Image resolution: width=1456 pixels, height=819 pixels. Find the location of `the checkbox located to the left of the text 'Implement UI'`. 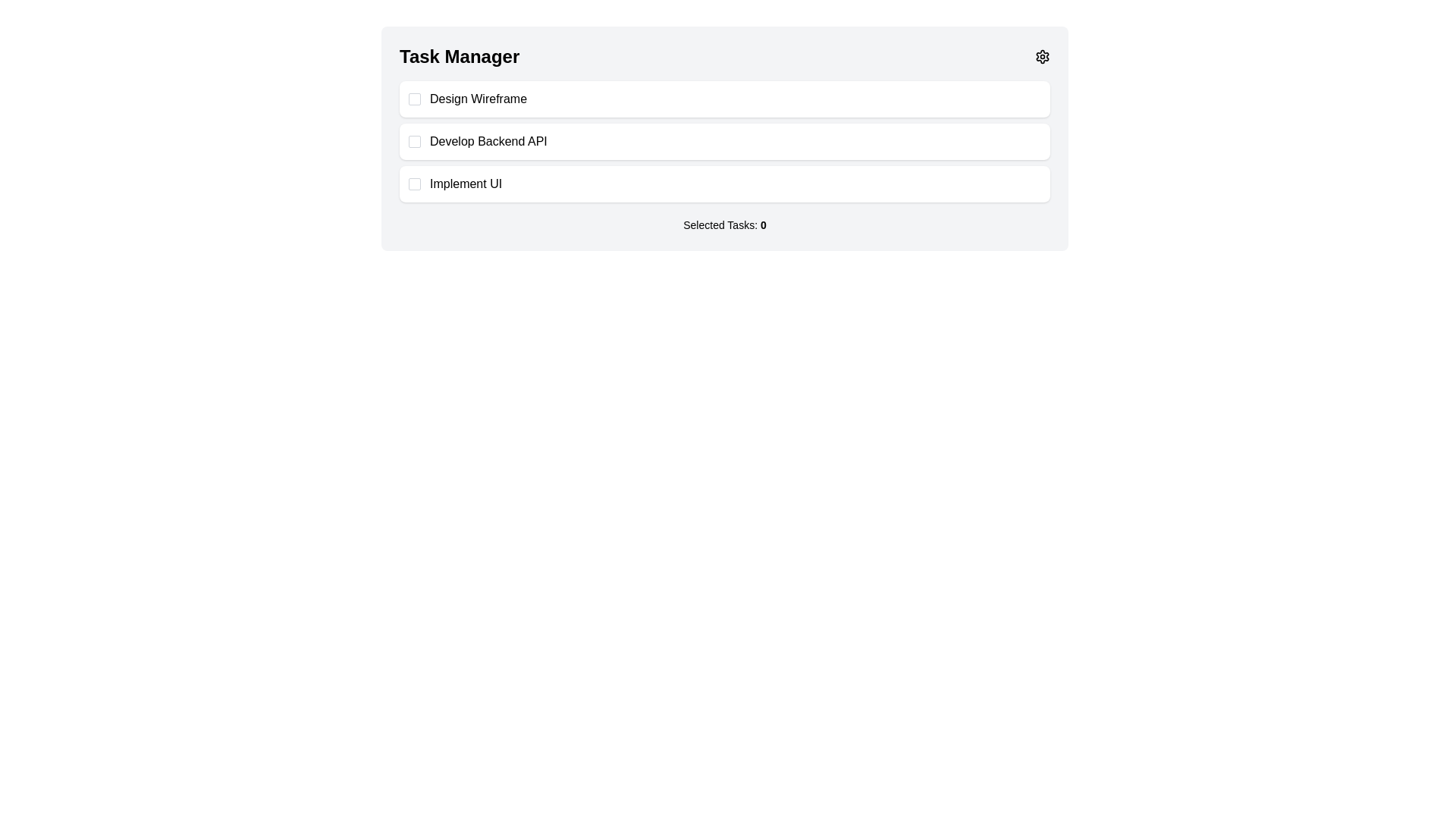

the checkbox located to the left of the text 'Implement UI' is located at coordinates (415, 184).